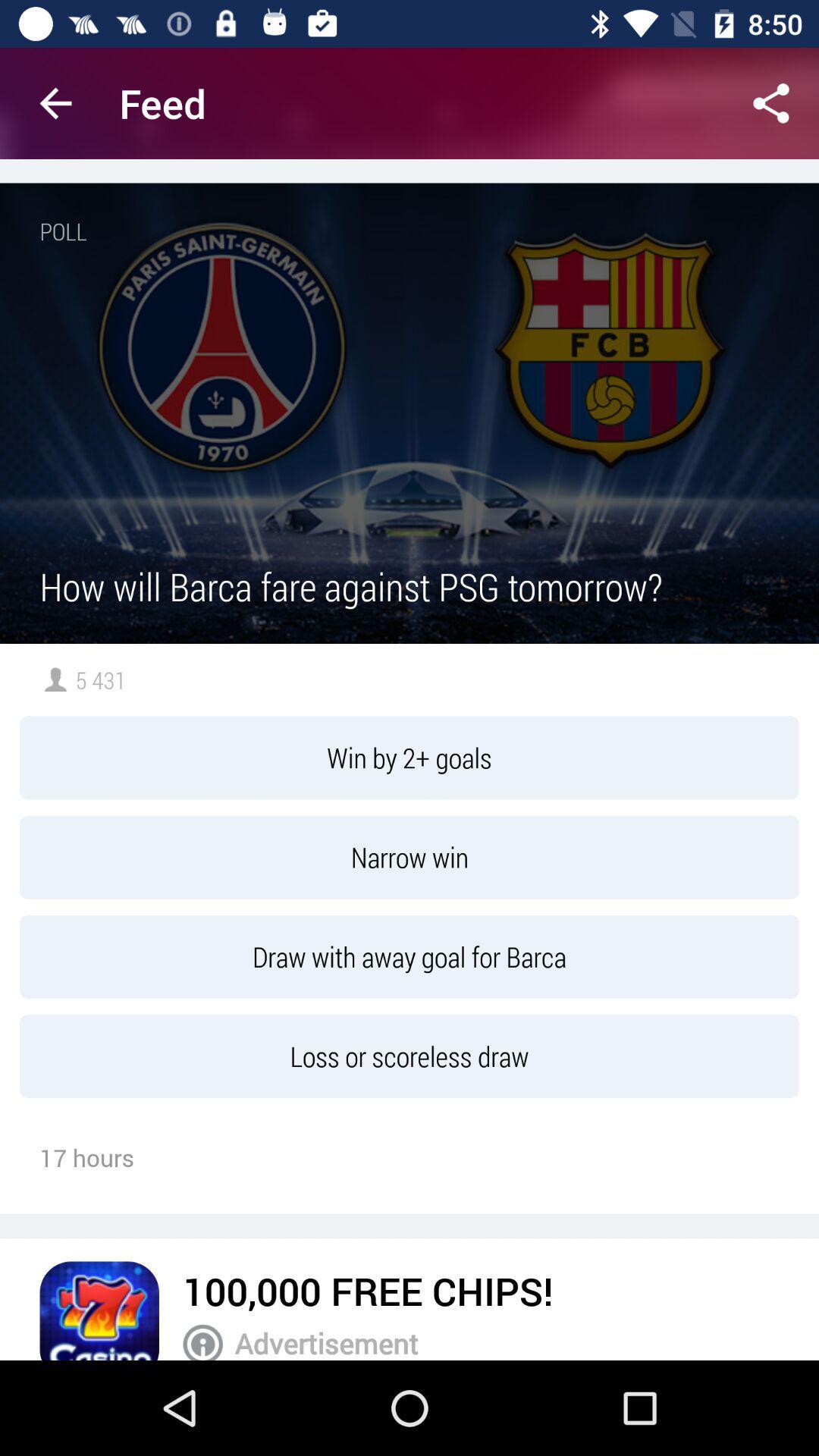  I want to click on the item to the right of the feed, so click(771, 102).